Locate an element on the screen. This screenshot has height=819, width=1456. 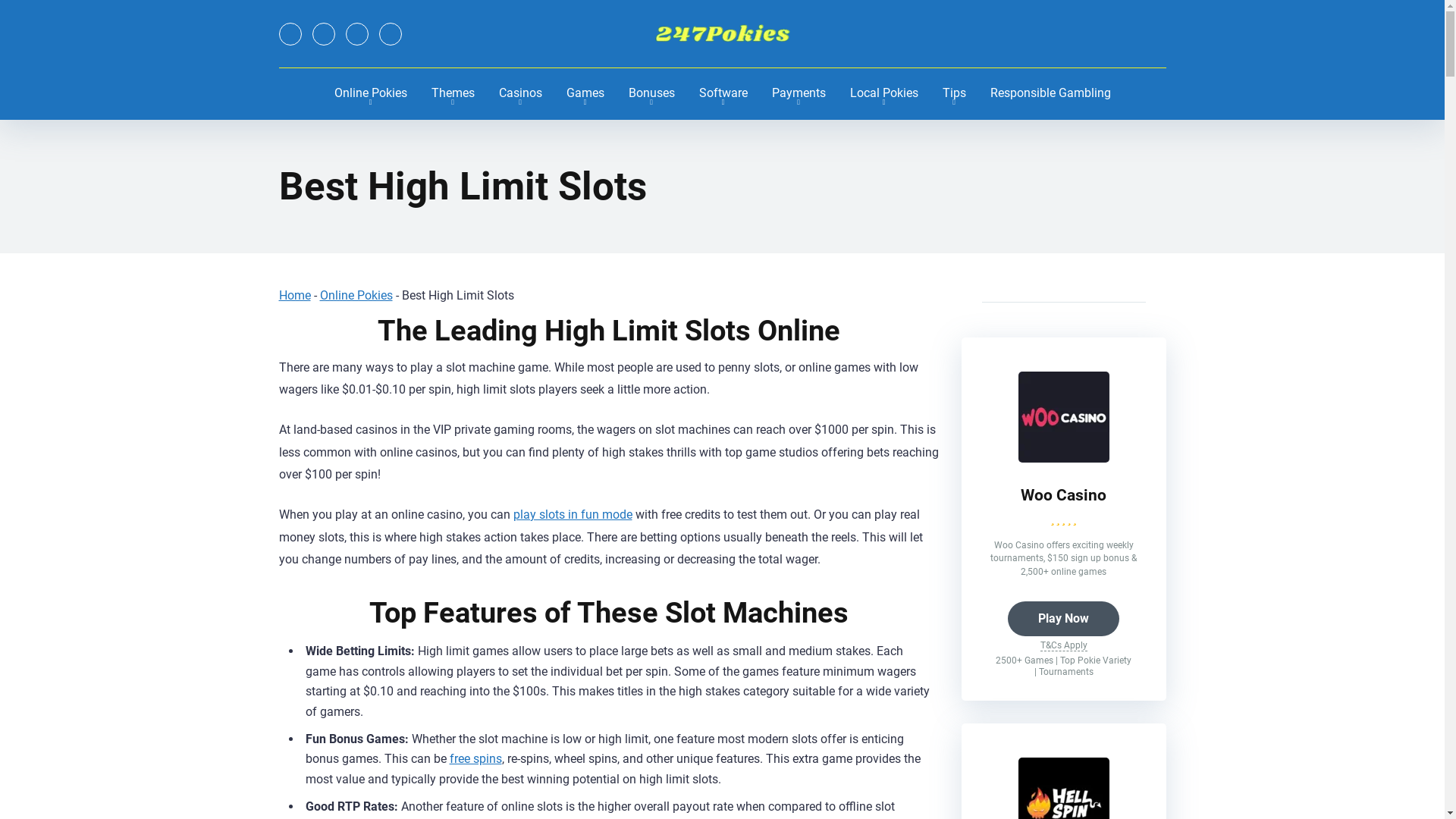
'Themes' is located at coordinates (419, 93).